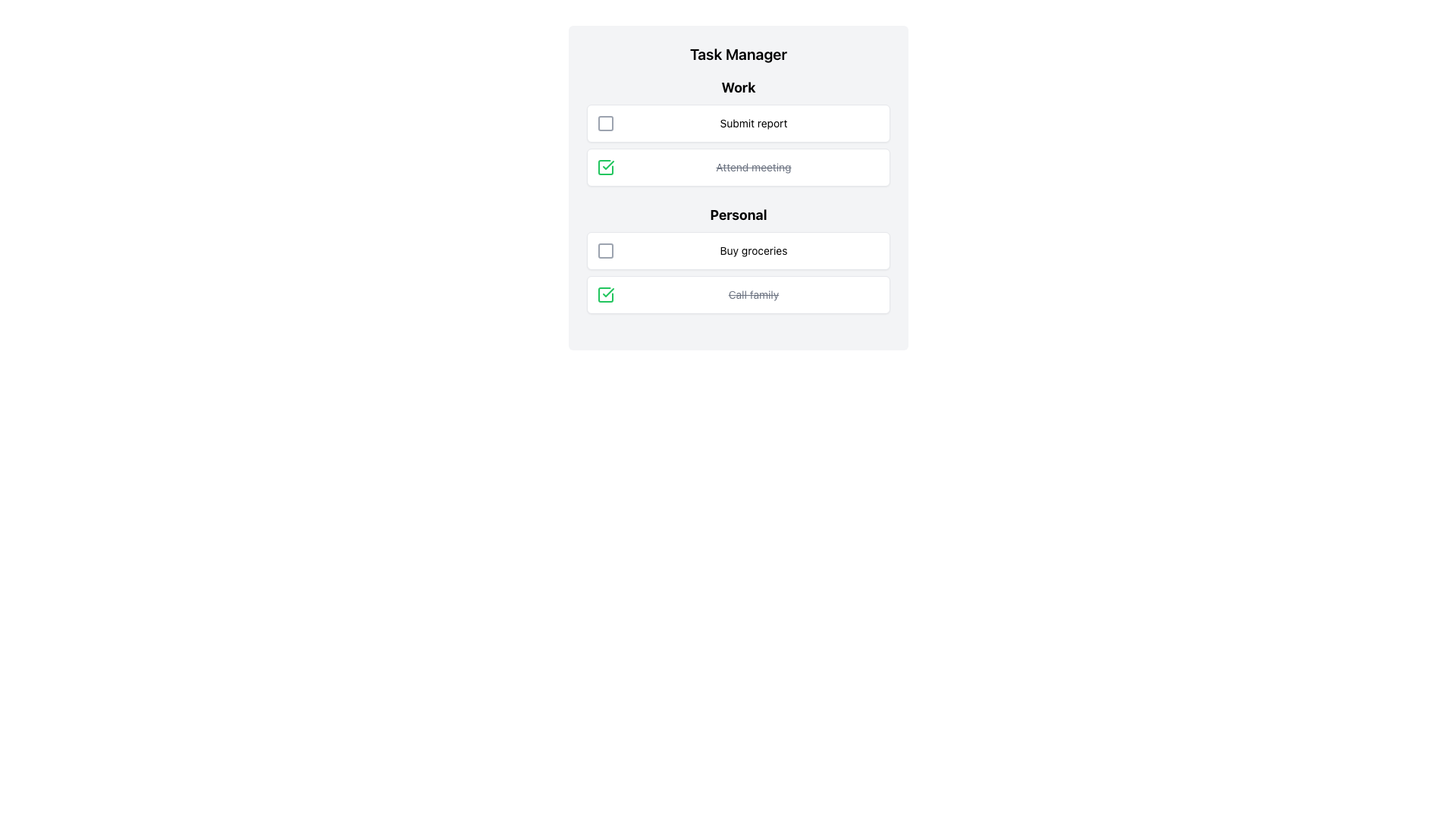 The width and height of the screenshot is (1456, 819). Describe the element at coordinates (753, 250) in the screenshot. I see `the text label containing the phrase 'Buy groceries'` at that location.